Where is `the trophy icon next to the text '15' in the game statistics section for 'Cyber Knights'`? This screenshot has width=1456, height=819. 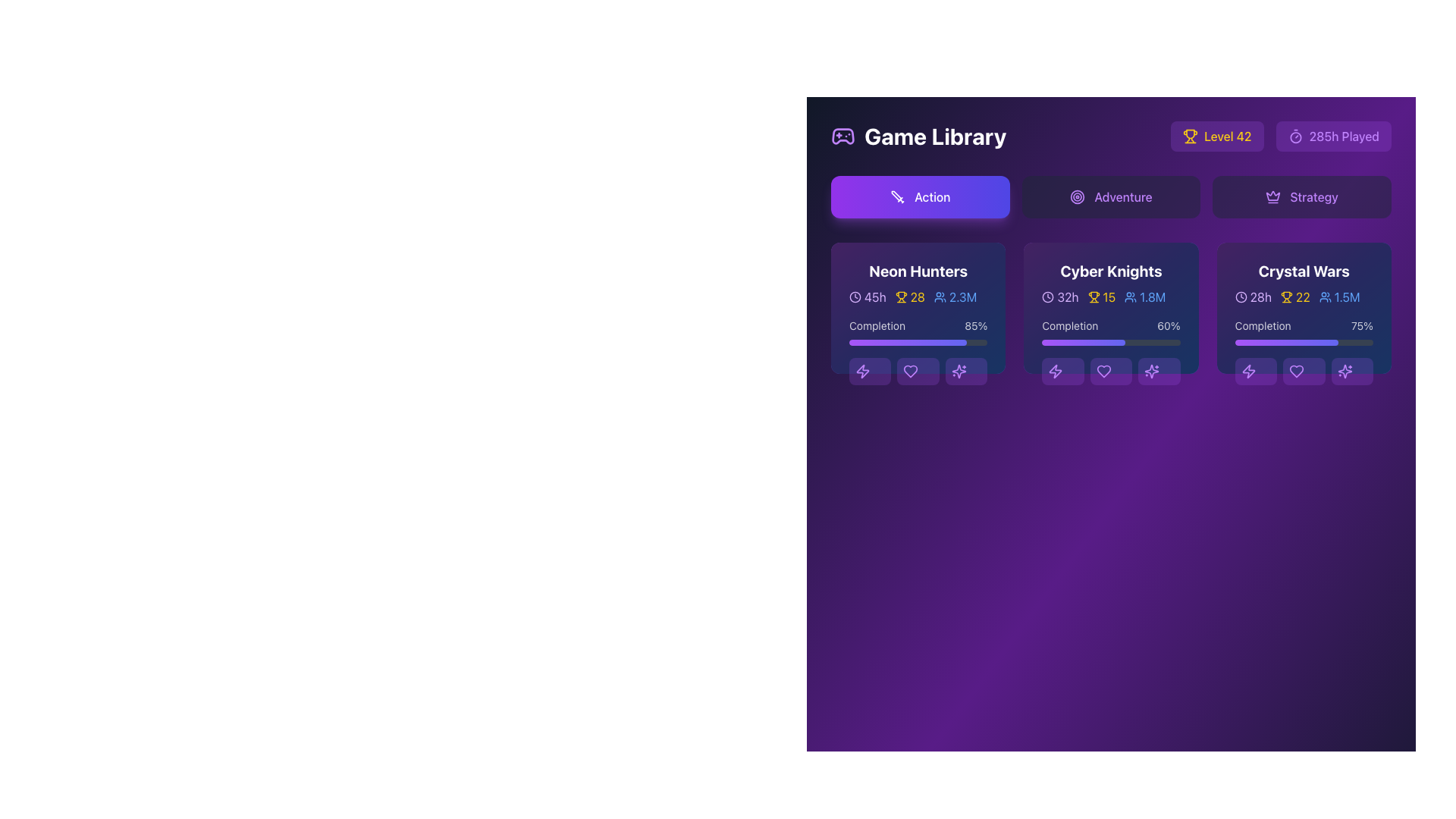
the trophy icon next to the text '15' in the game statistics section for 'Cyber Knights' is located at coordinates (1094, 297).